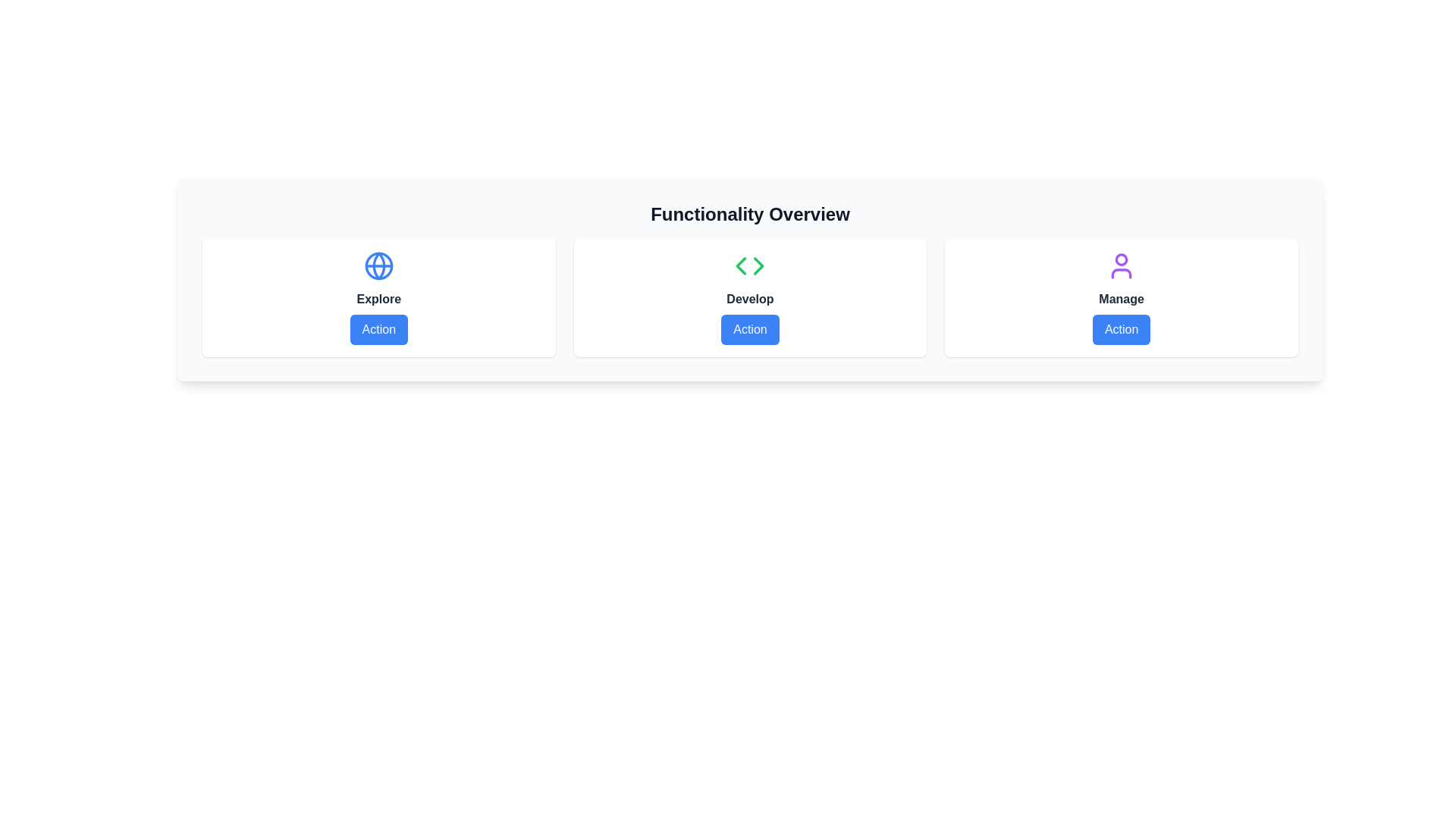  I want to click on the lower portion of the user icon SVG component, which serves as a circular base for the head, located in the rightmost 'Manage' card, so click(1122, 274).